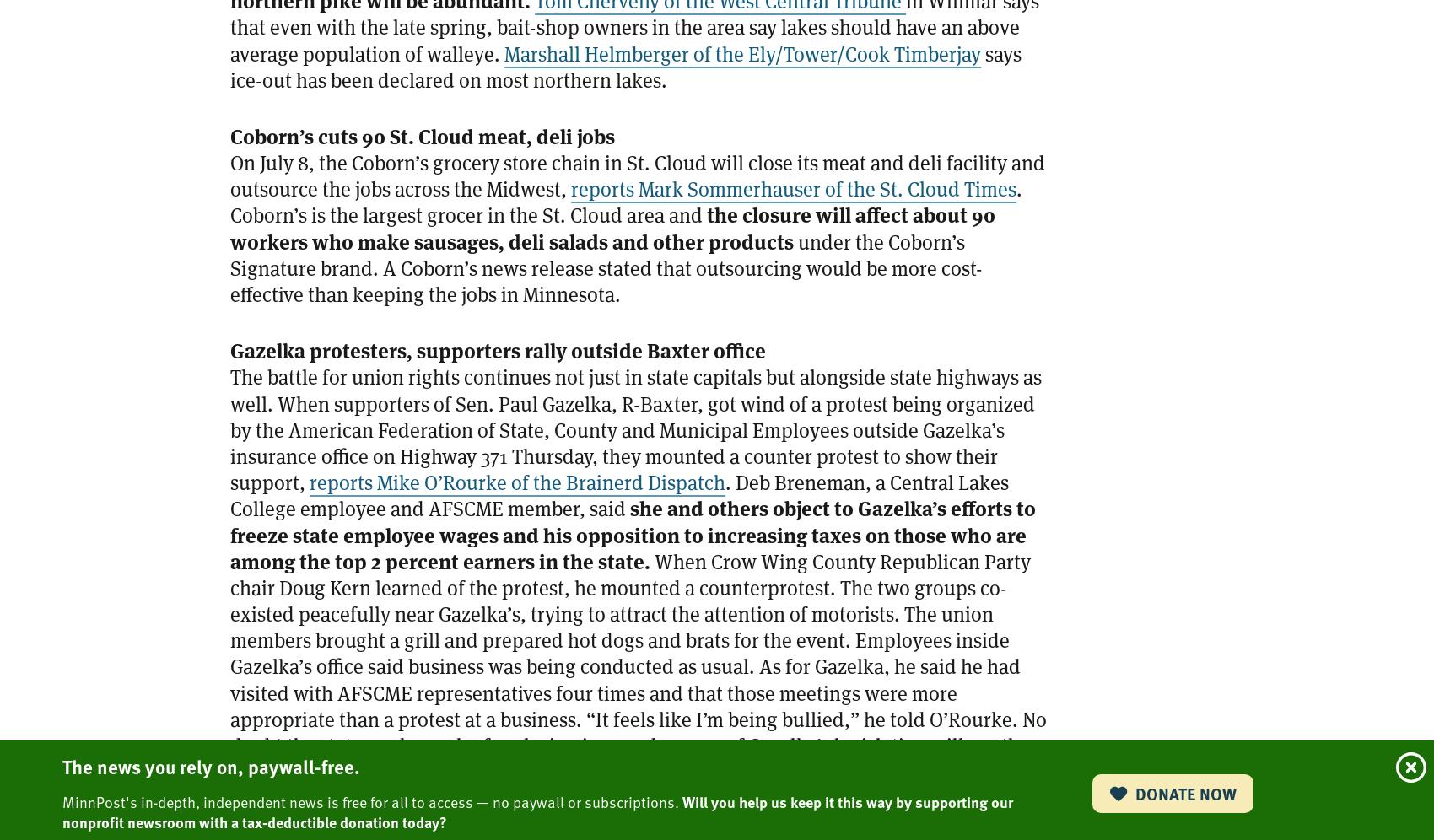  Describe the element at coordinates (634, 429) in the screenshot. I see `'The battle for union rights continues not just in state capitals but alongside state highways as well. When supporters of Sen. Paul Gazelka, R-Baxter, got wind of a protest being organized by the American Federation of State, County and Municipal Employees outside Gazelka’s insurance office on Highway 371 Thursday, they mounted a counter protest to show their support,'` at that location.